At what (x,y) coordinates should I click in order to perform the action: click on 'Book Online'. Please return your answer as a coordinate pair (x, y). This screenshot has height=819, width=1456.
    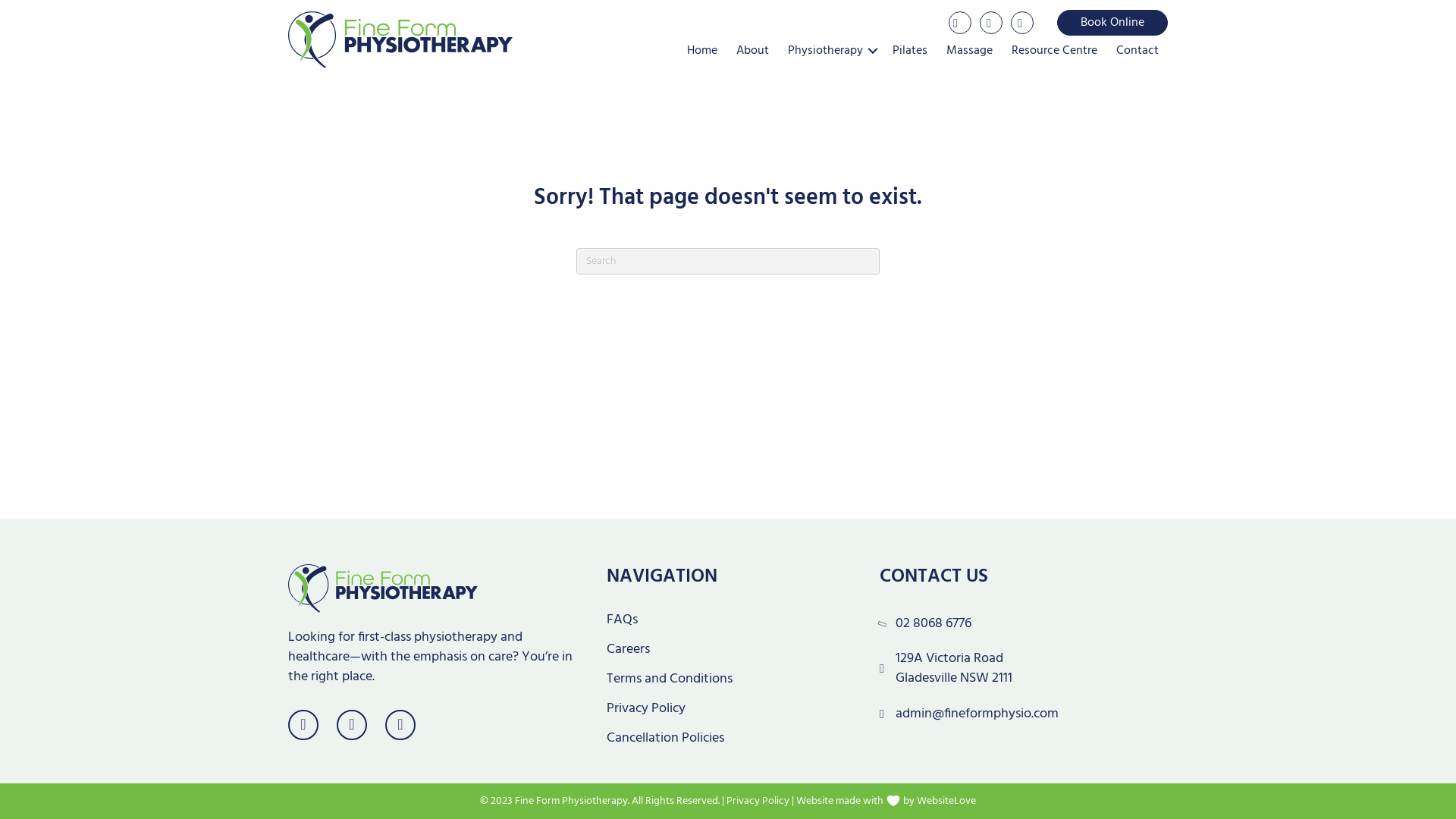
    Looking at the image, I should click on (1112, 23).